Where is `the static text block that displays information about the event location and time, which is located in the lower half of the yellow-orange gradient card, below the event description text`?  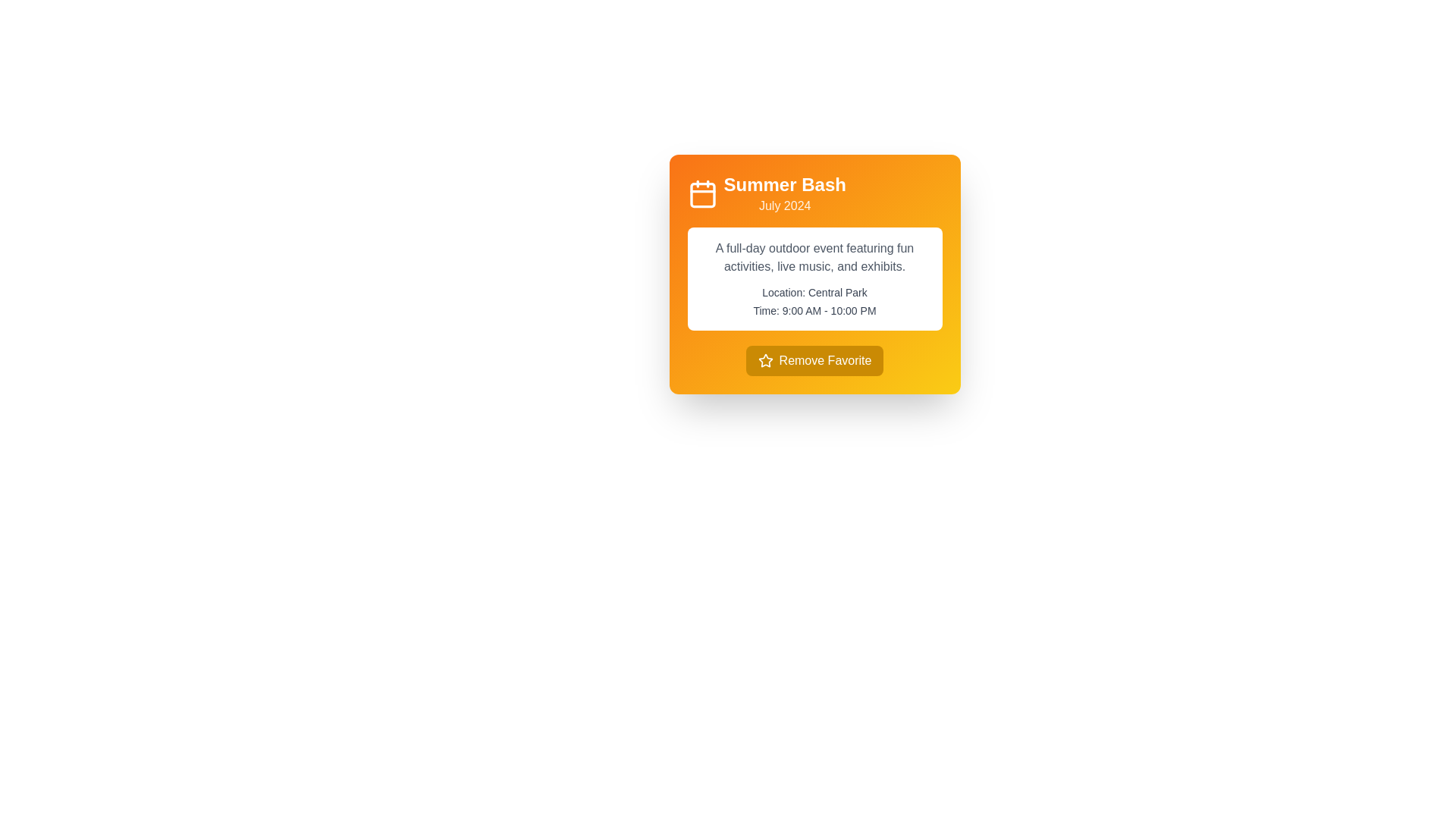 the static text block that displays information about the event location and time, which is located in the lower half of the yellow-orange gradient card, below the event description text is located at coordinates (814, 301).